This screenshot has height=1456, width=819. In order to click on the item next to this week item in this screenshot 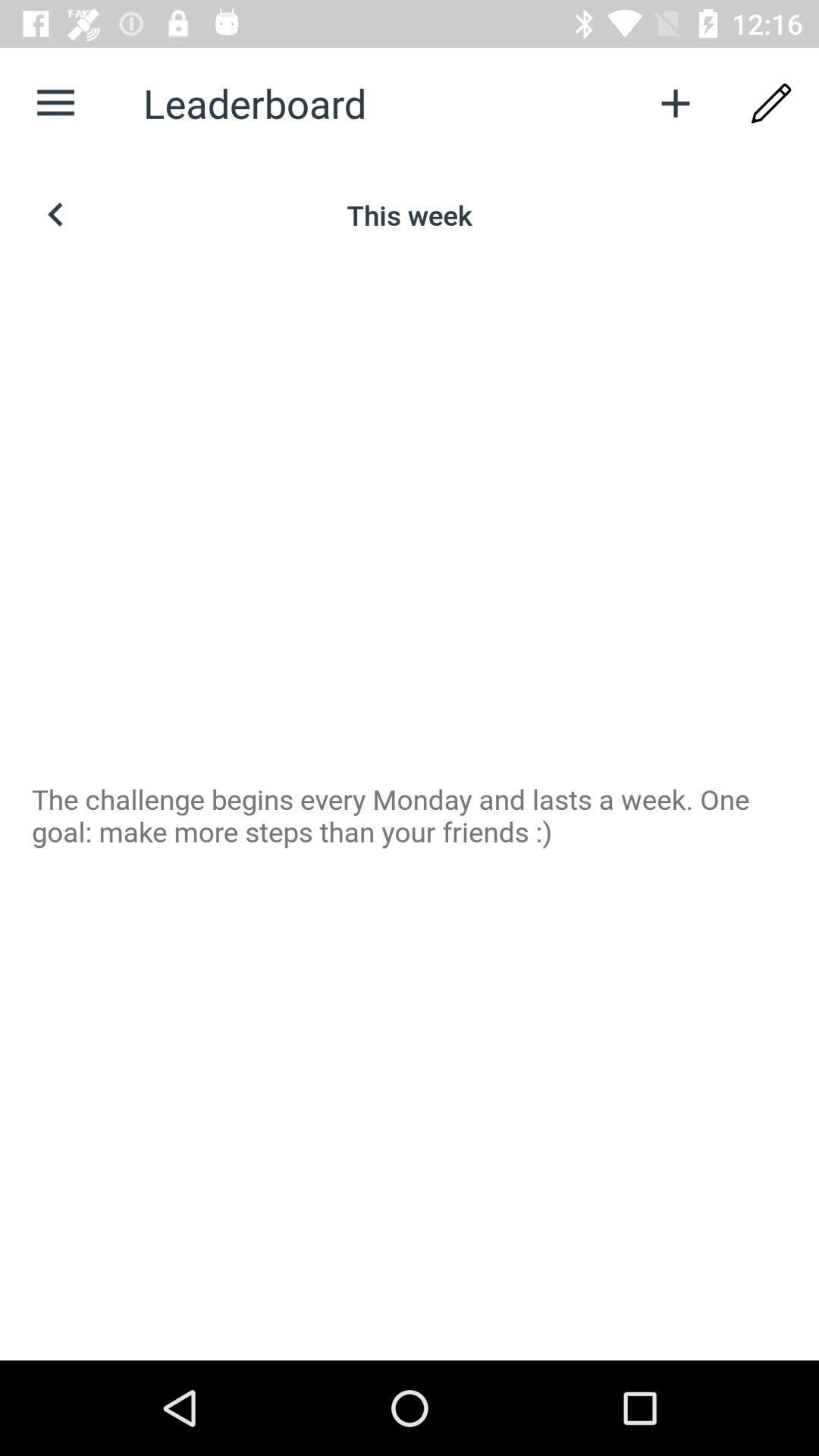, I will do `click(55, 214)`.